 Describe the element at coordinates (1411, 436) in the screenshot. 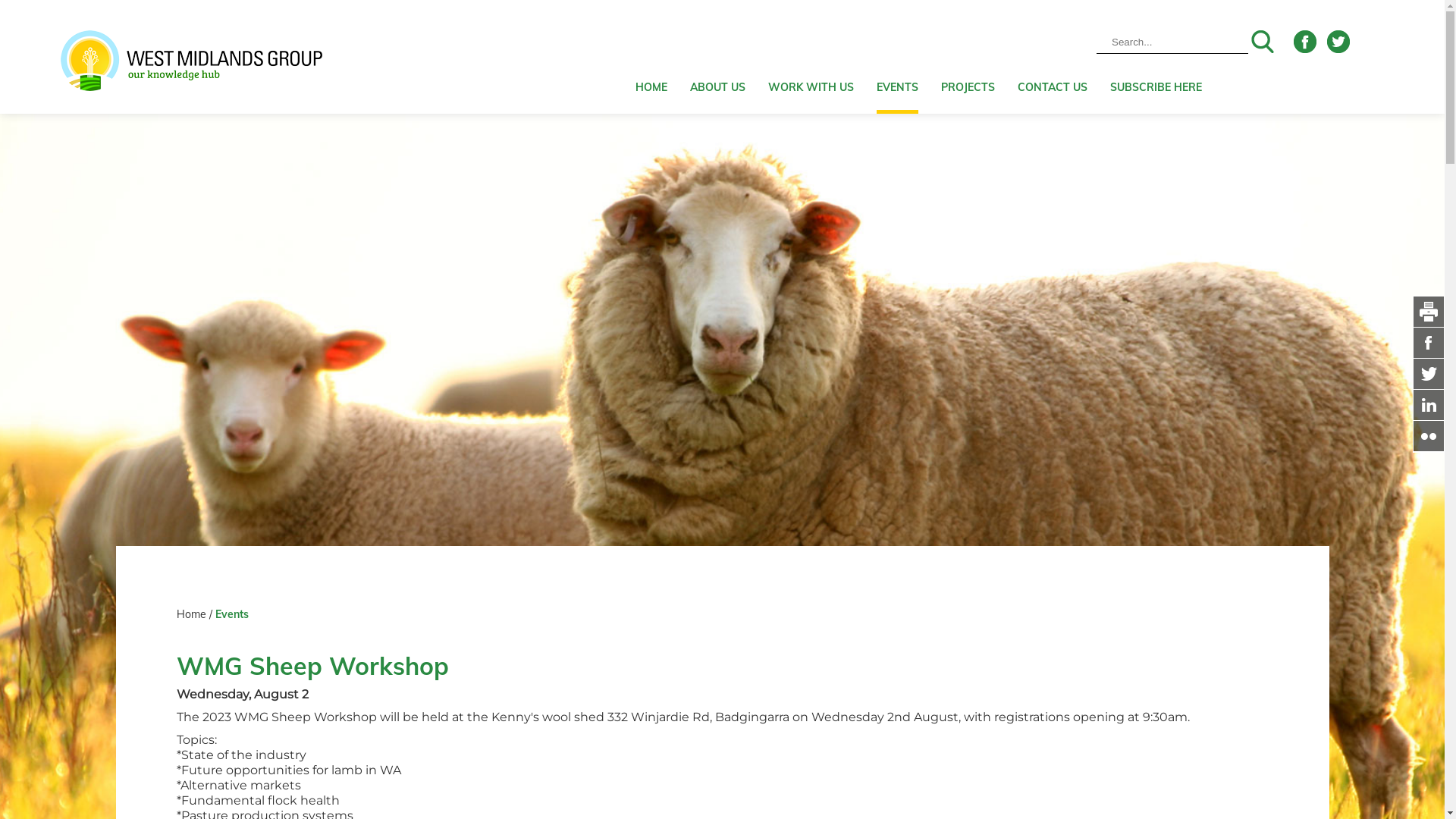

I see `' '` at that location.